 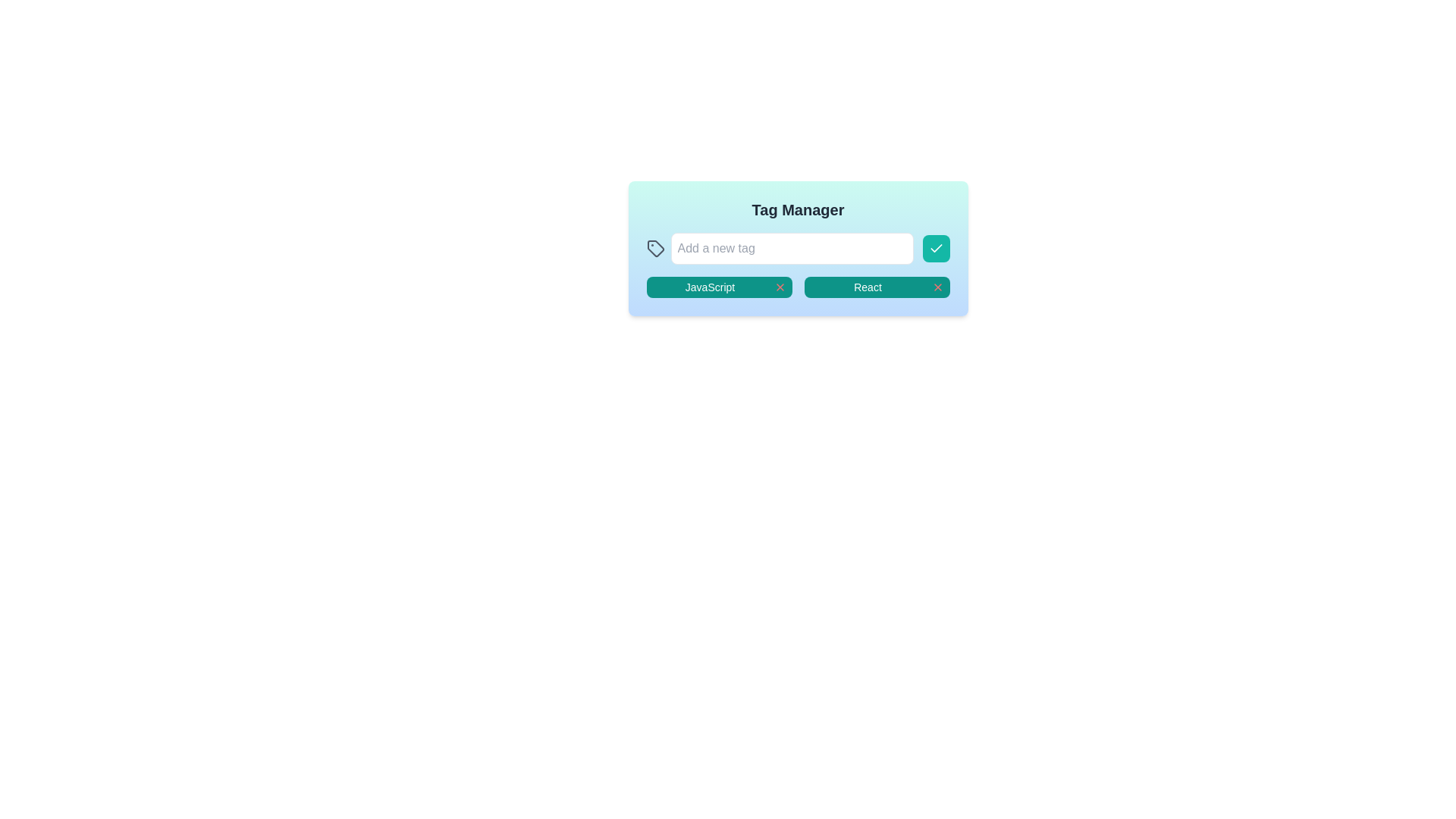 What do you see at coordinates (655, 247) in the screenshot?
I see `the stylized tag icon located to the left of the 'Add a new tag' input field in the 'Tag Manager' interface` at bounding box center [655, 247].